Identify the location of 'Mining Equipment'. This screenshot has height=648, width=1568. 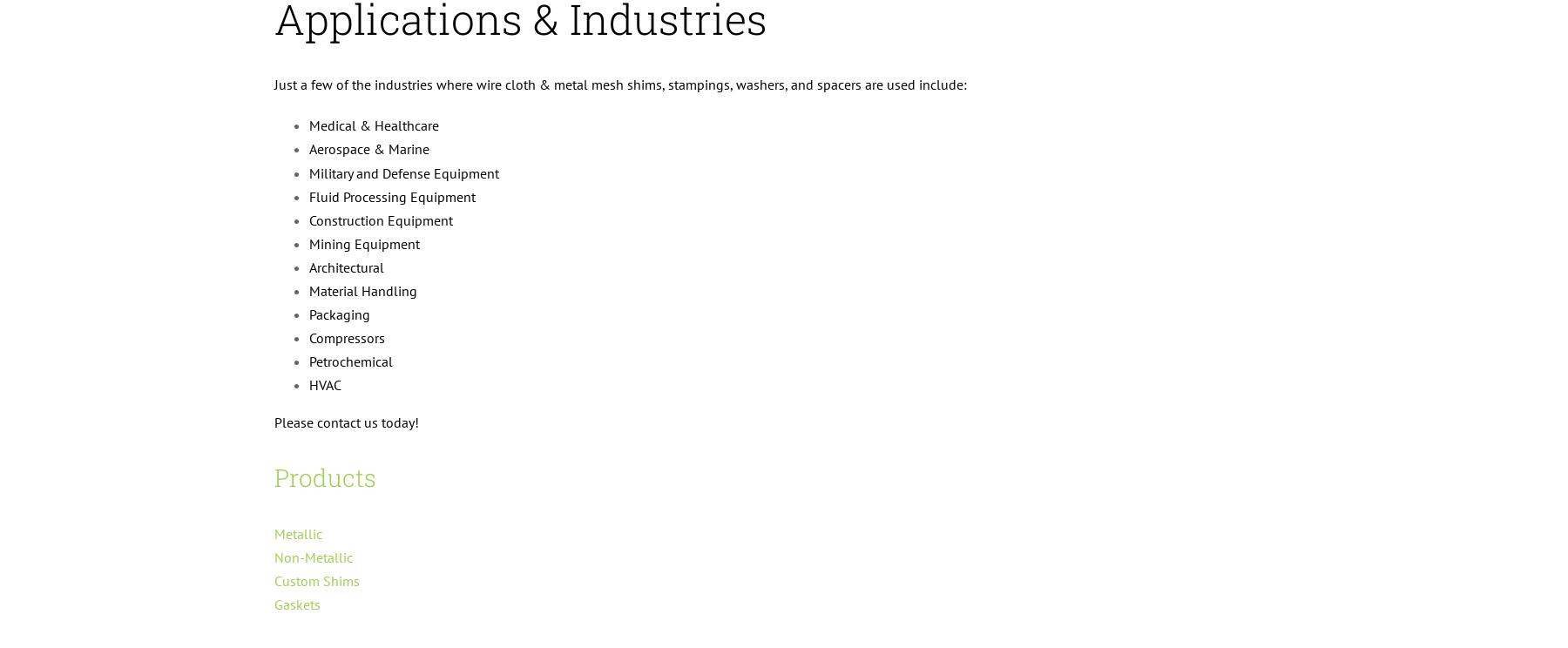
(364, 243).